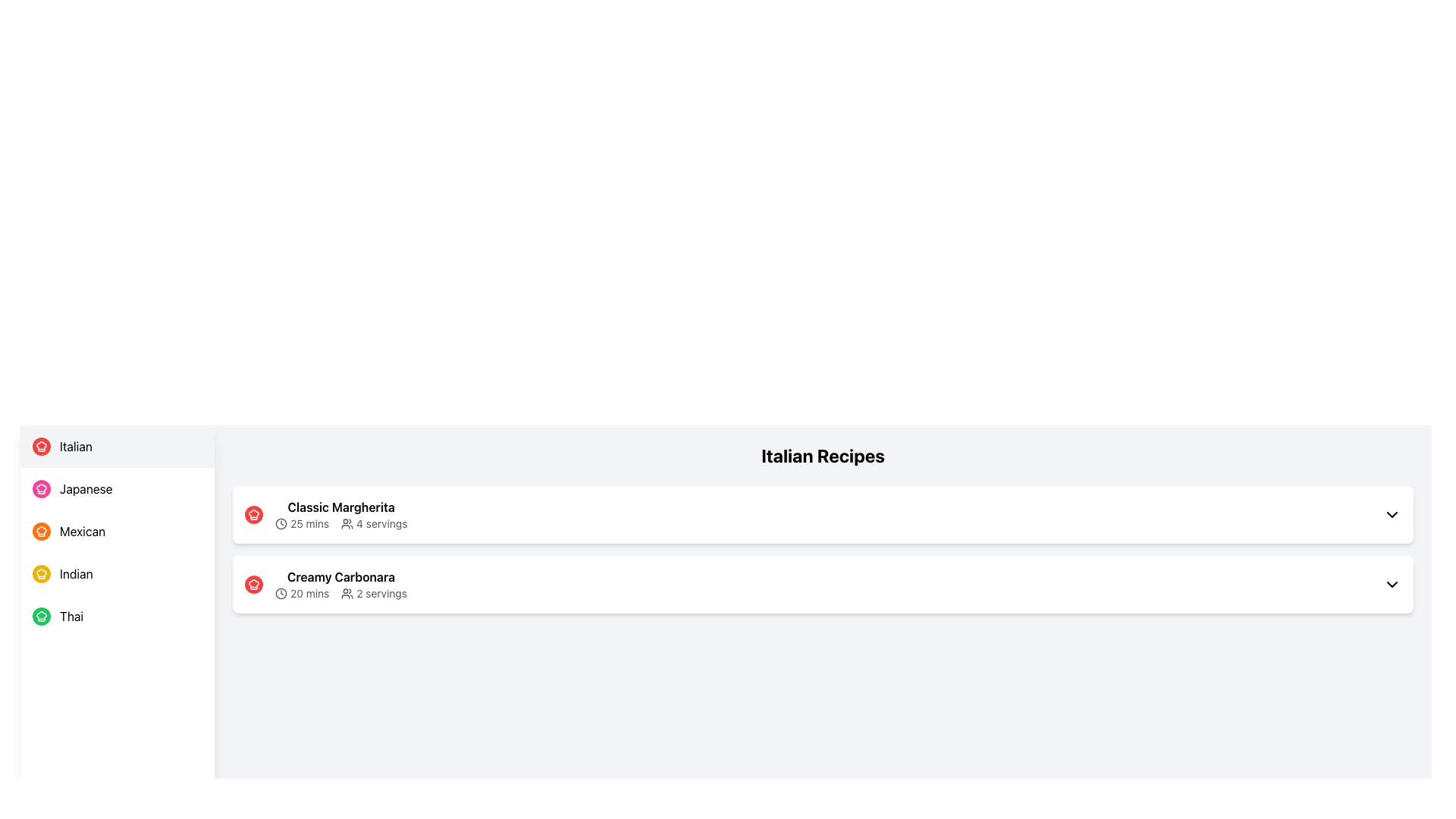 This screenshot has width=1456, height=819. What do you see at coordinates (116, 446) in the screenshot?
I see `the 'Italian' cuisine selection button, which is the first item in the vertical list of cuisine options on the left side panel` at bounding box center [116, 446].